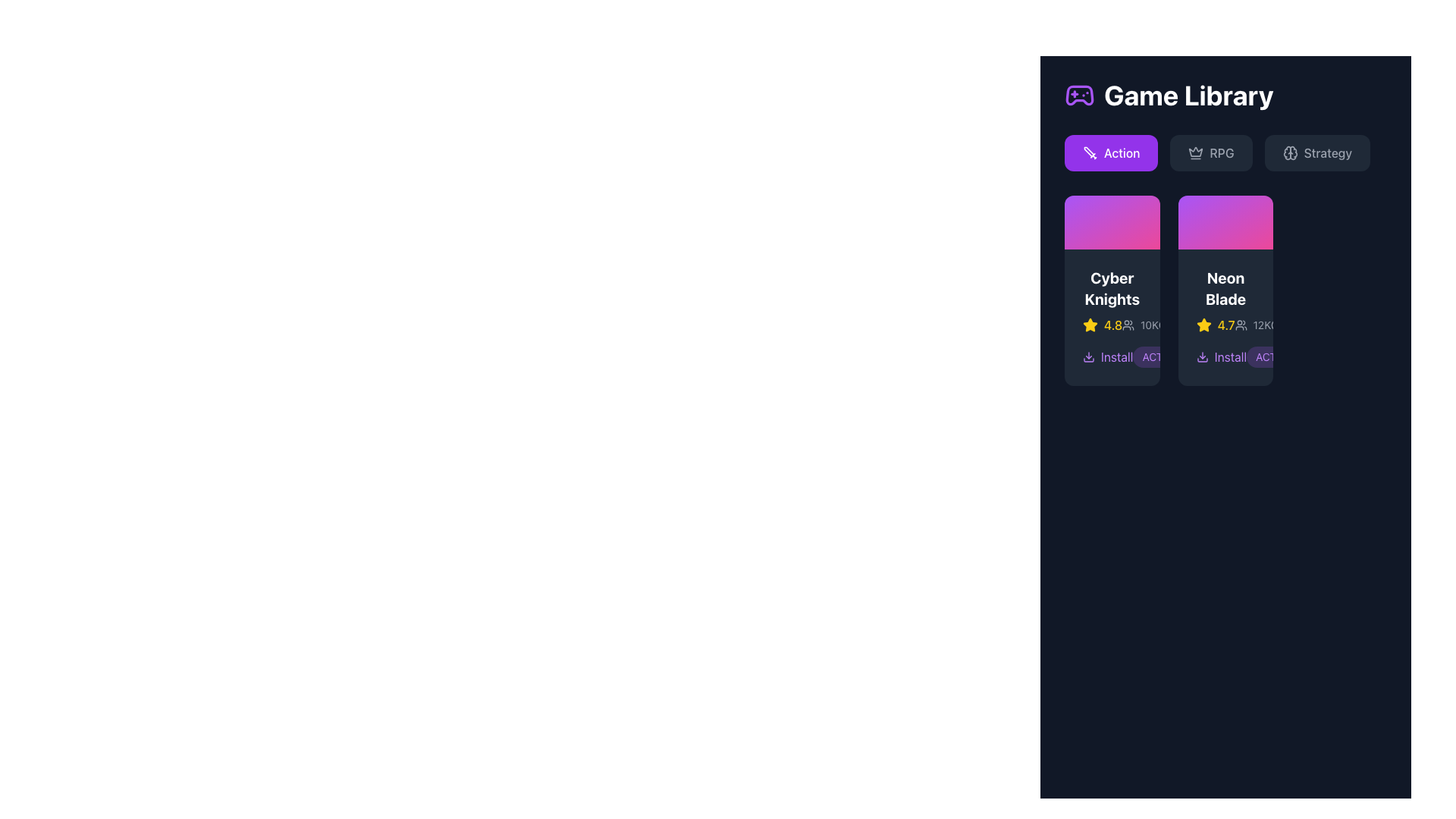  What do you see at coordinates (1225, 96) in the screenshot?
I see `heading element located at the top section of the interface, which serves as a title or heading for the content displayed` at bounding box center [1225, 96].